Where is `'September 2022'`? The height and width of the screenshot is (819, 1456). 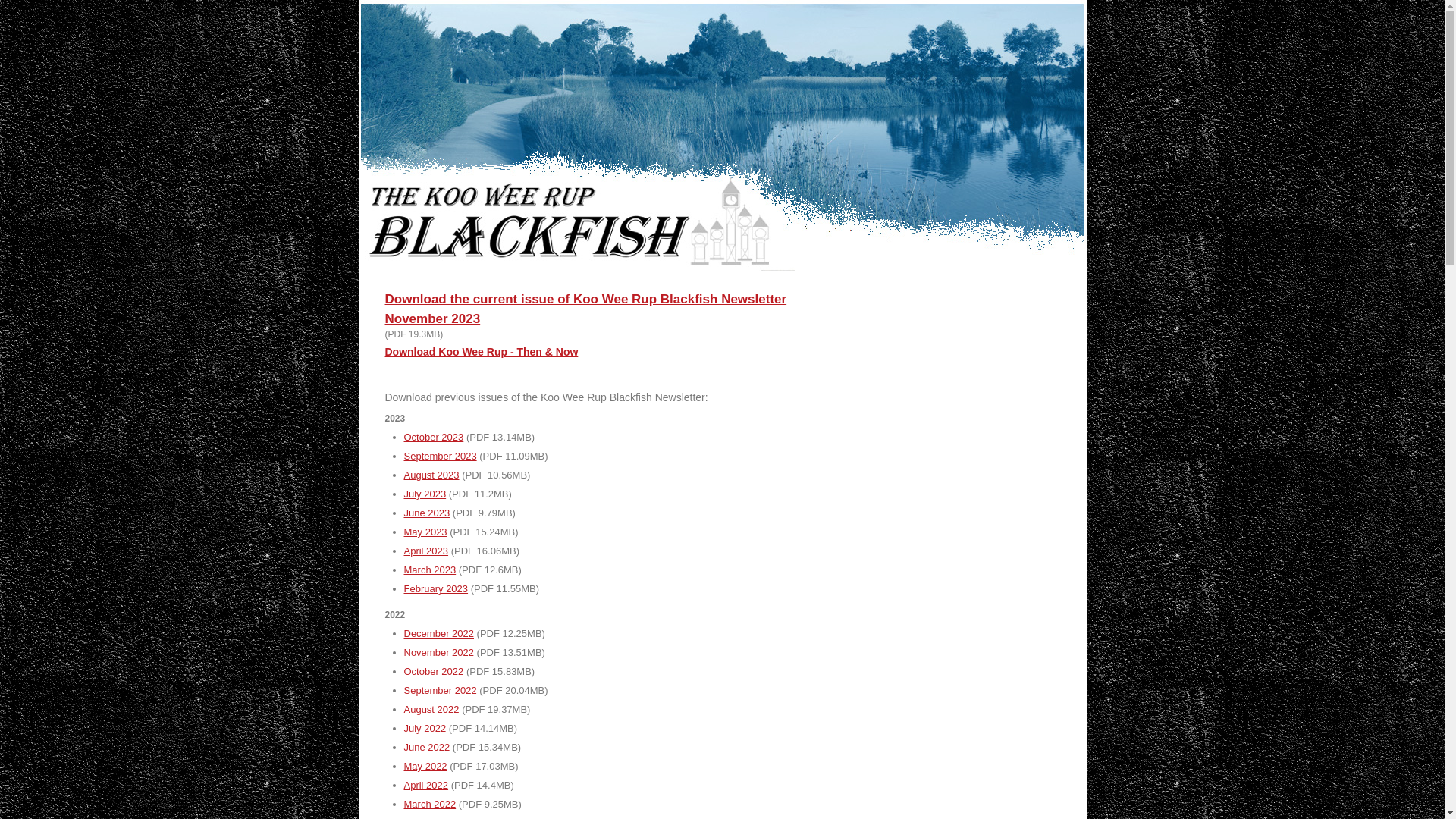
'September 2022' is located at coordinates (439, 690).